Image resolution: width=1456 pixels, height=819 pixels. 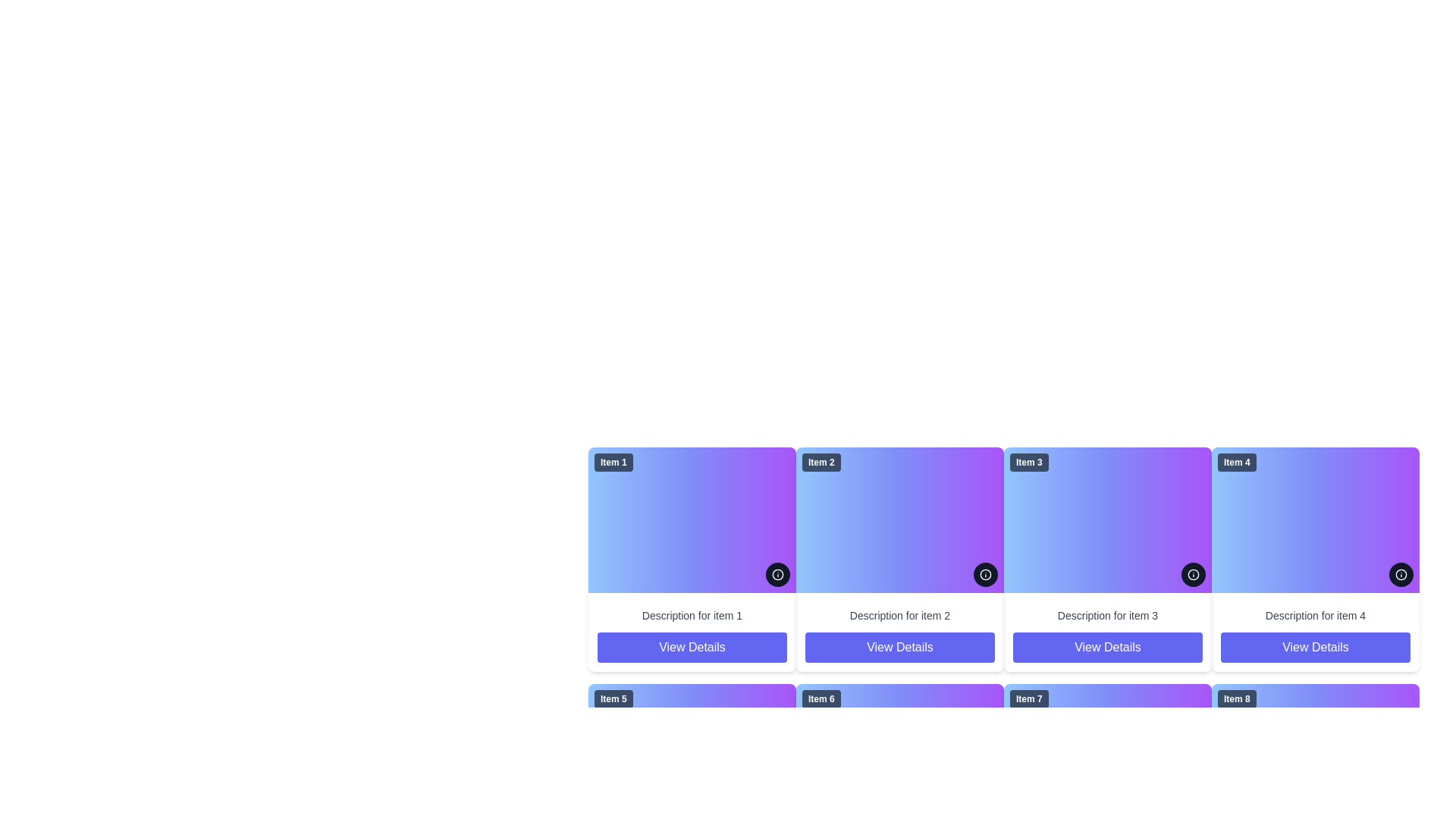 I want to click on the text label displaying 'Description for item 3' located in the card titled 'Item 3', which is positioned above the 'View Details' button, so click(x=1107, y=616).